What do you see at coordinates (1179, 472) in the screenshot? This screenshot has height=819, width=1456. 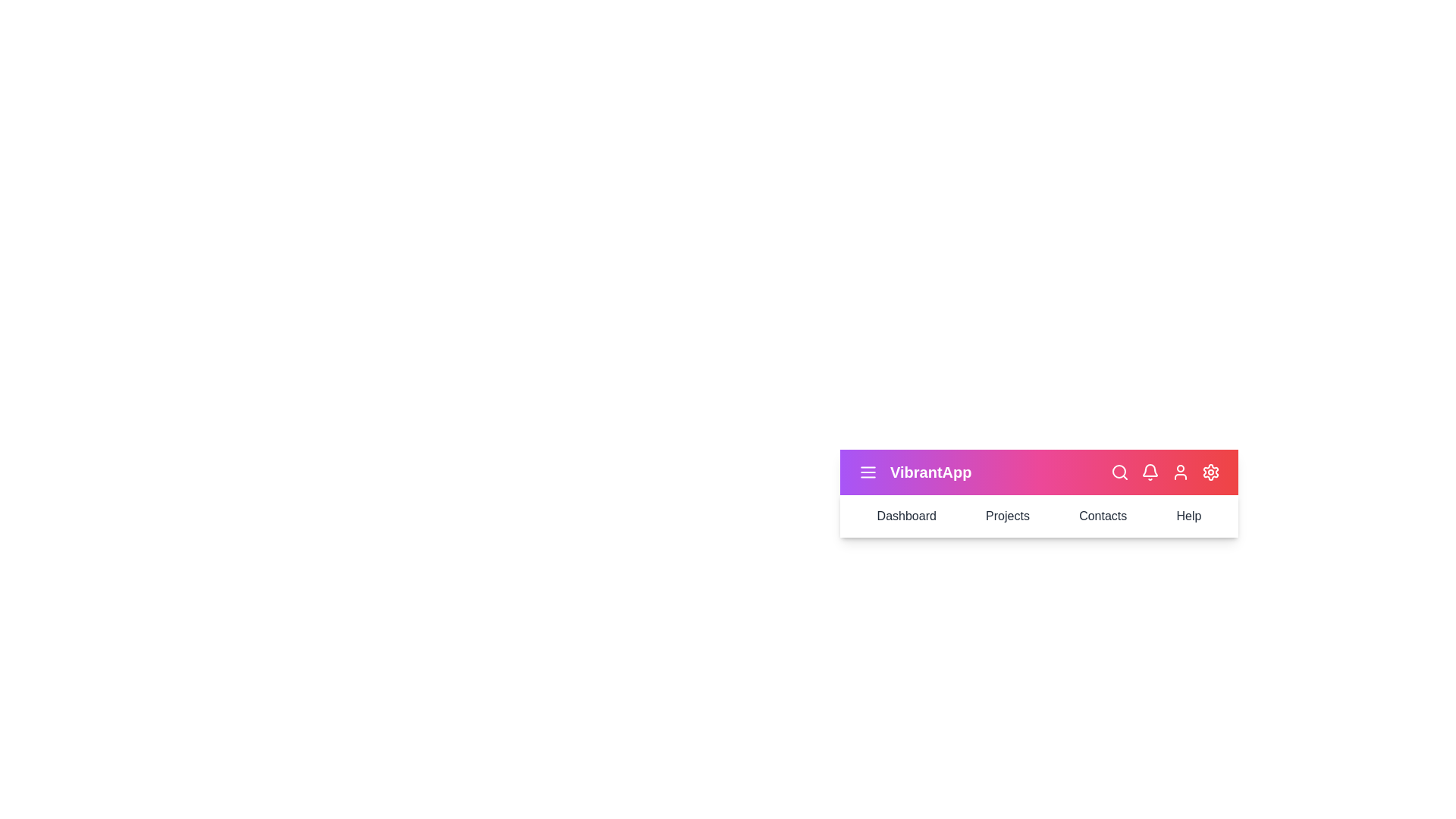 I see `the user_icon to reveal its effect` at bounding box center [1179, 472].